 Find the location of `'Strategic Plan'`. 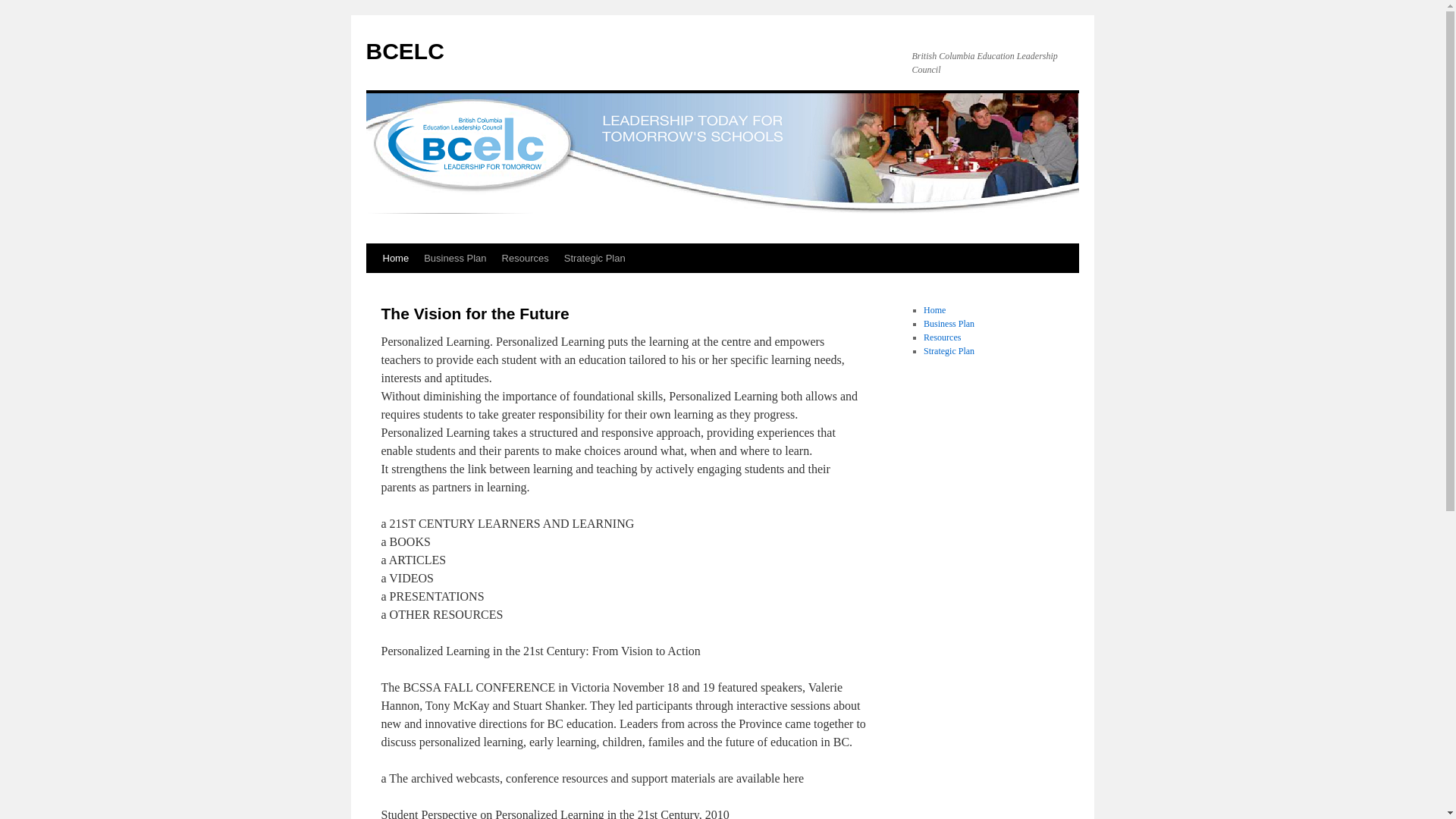

'Strategic Plan' is located at coordinates (948, 350).